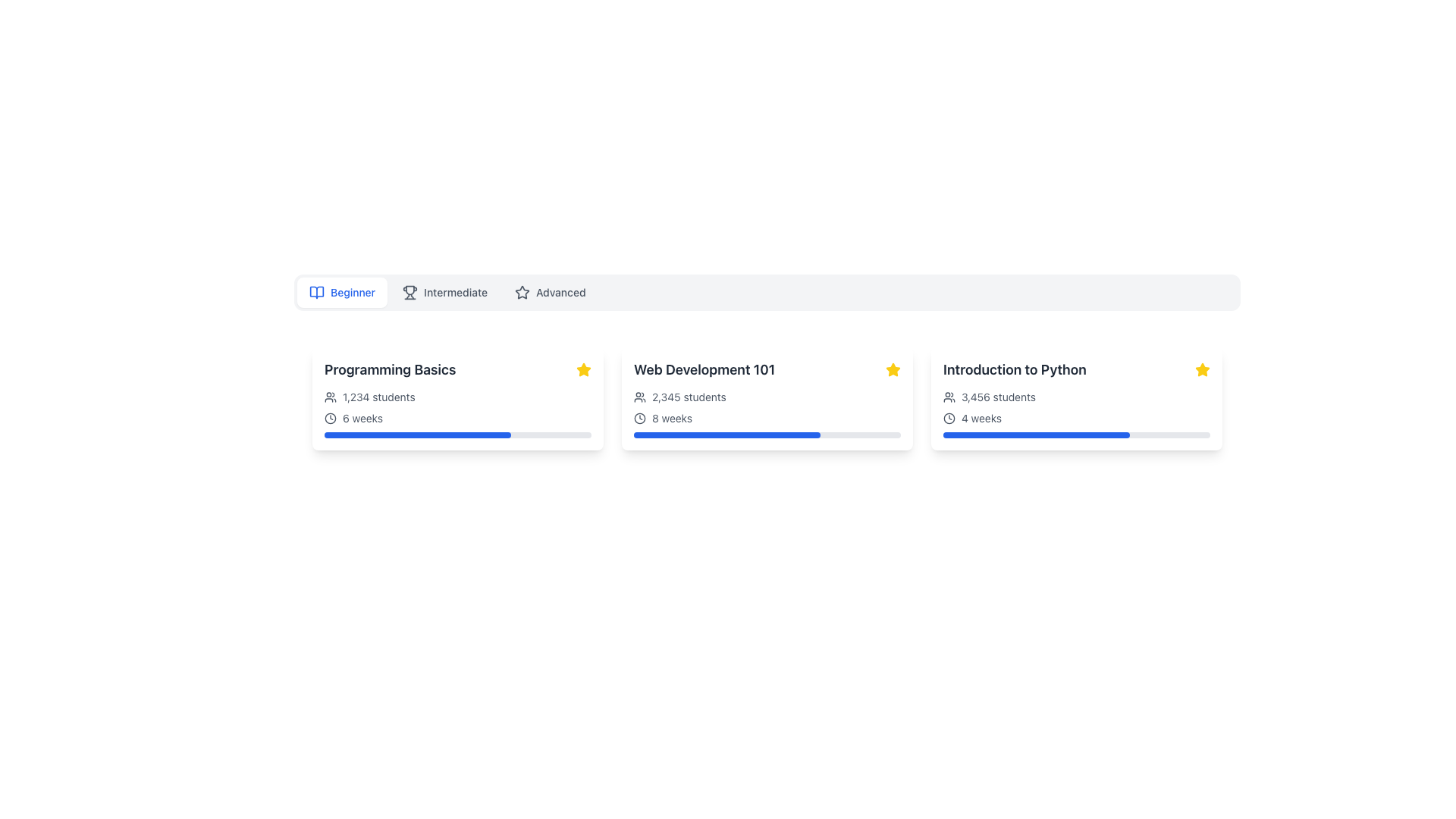 The width and height of the screenshot is (1456, 819). Describe the element at coordinates (767, 435) in the screenshot. I see `the value of the progress bar indicating 70% completion, located within the 'Web Development 101' card, directly below the '8 weeks' text` at that location.